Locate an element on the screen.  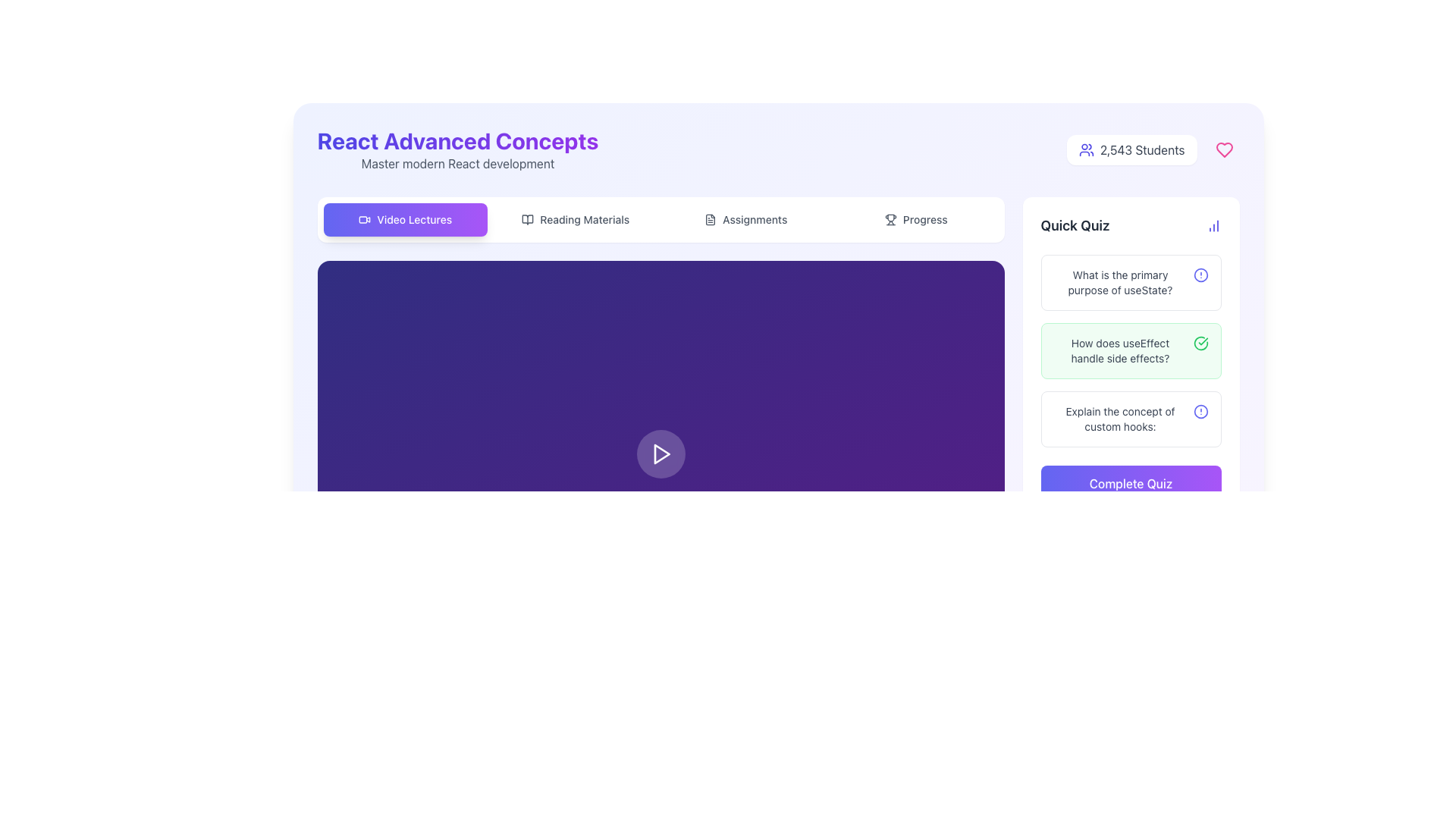
the triangular play button icon with a white outline and transparent interior, located centrally within a semi-transparent circular backdrop is located at coordinates (661, 453).